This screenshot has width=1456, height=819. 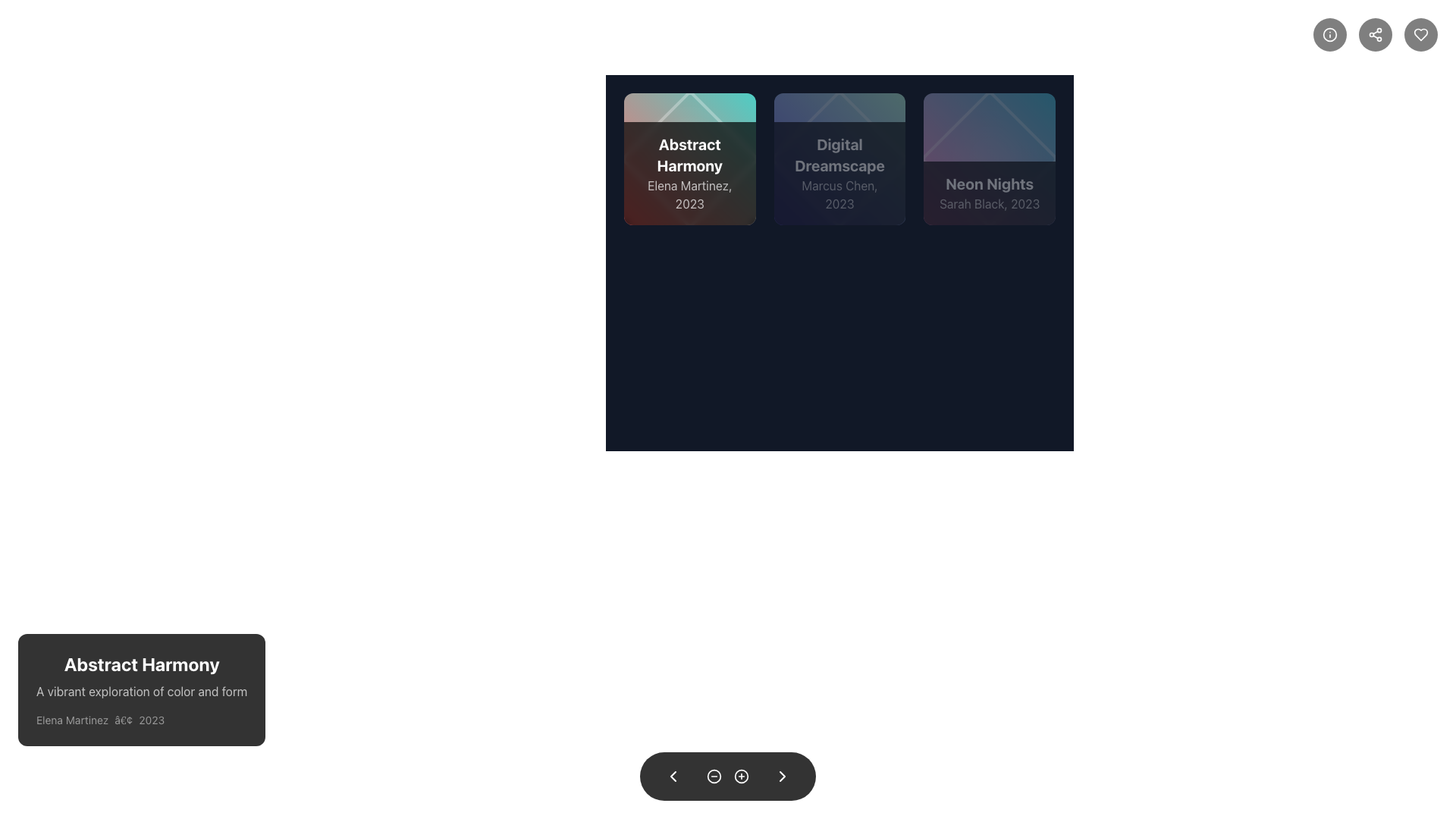 What do you see at coordinates (689, 158) in the screenshot?
I see `the decorative frame or border, which is a square-shaped UI component with a white semi-transparent border and rounded edges, centered behind the circular element` at bounding box center [689, 158].